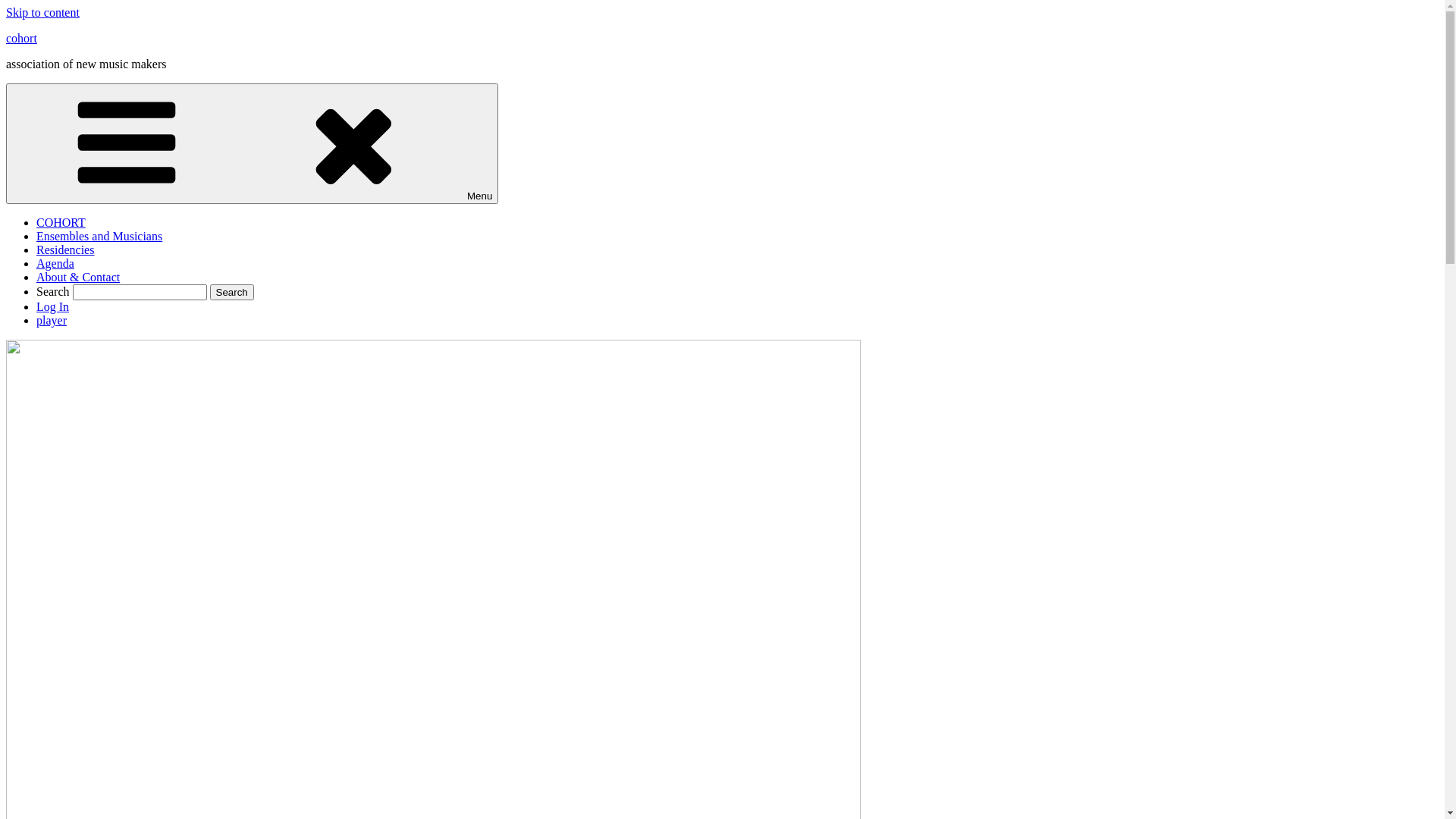 This screenshot has height=819, width=1456. Describe the element at coordinates (51, 319) in the screenshot. I see `'player'` at that location.